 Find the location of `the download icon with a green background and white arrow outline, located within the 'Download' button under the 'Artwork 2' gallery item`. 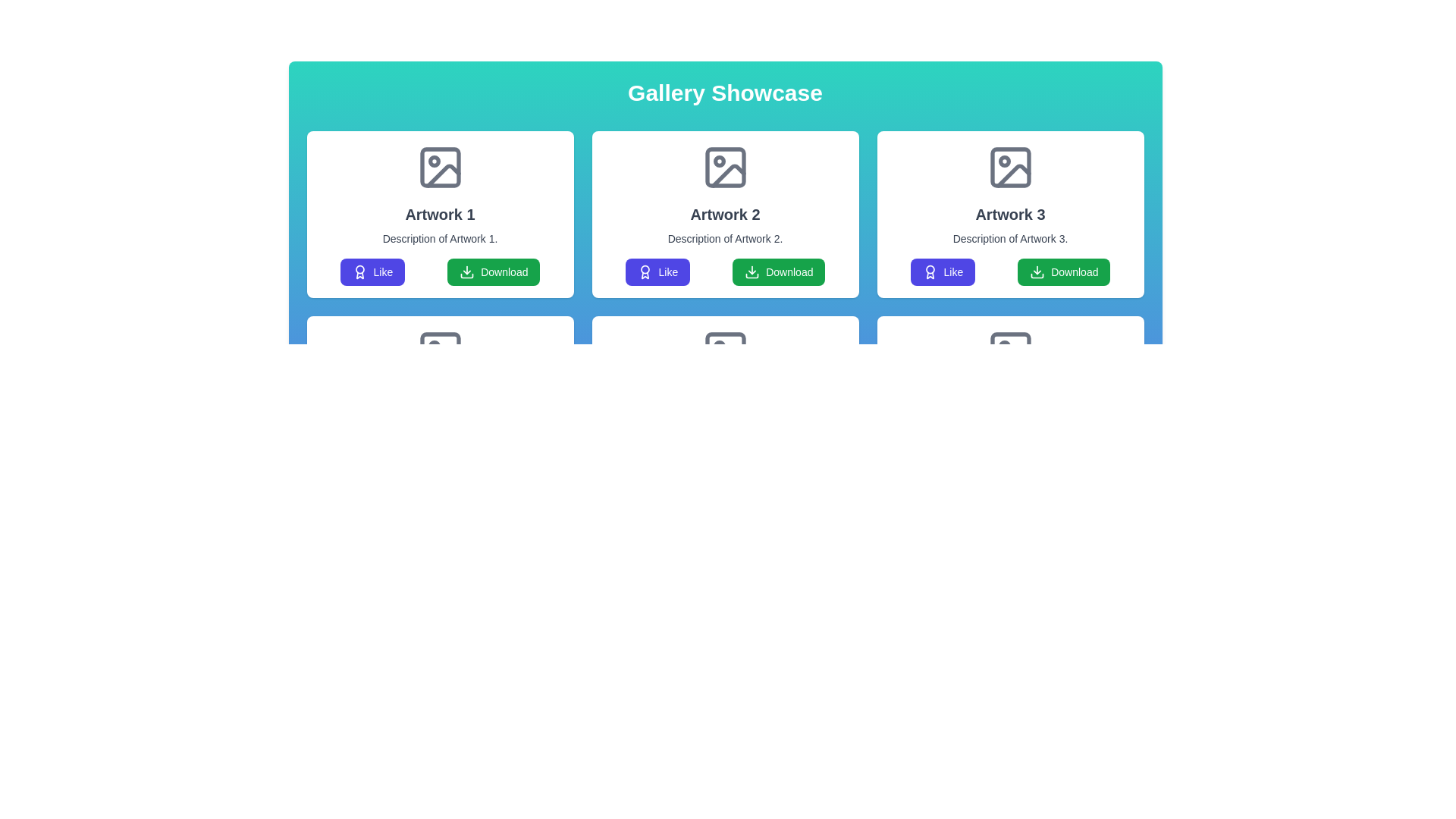

the download icon with a green background and white arrow outline, located within the 'Download' button under the 'Artwork 2' gallery item is located at coordinates (752, 271).